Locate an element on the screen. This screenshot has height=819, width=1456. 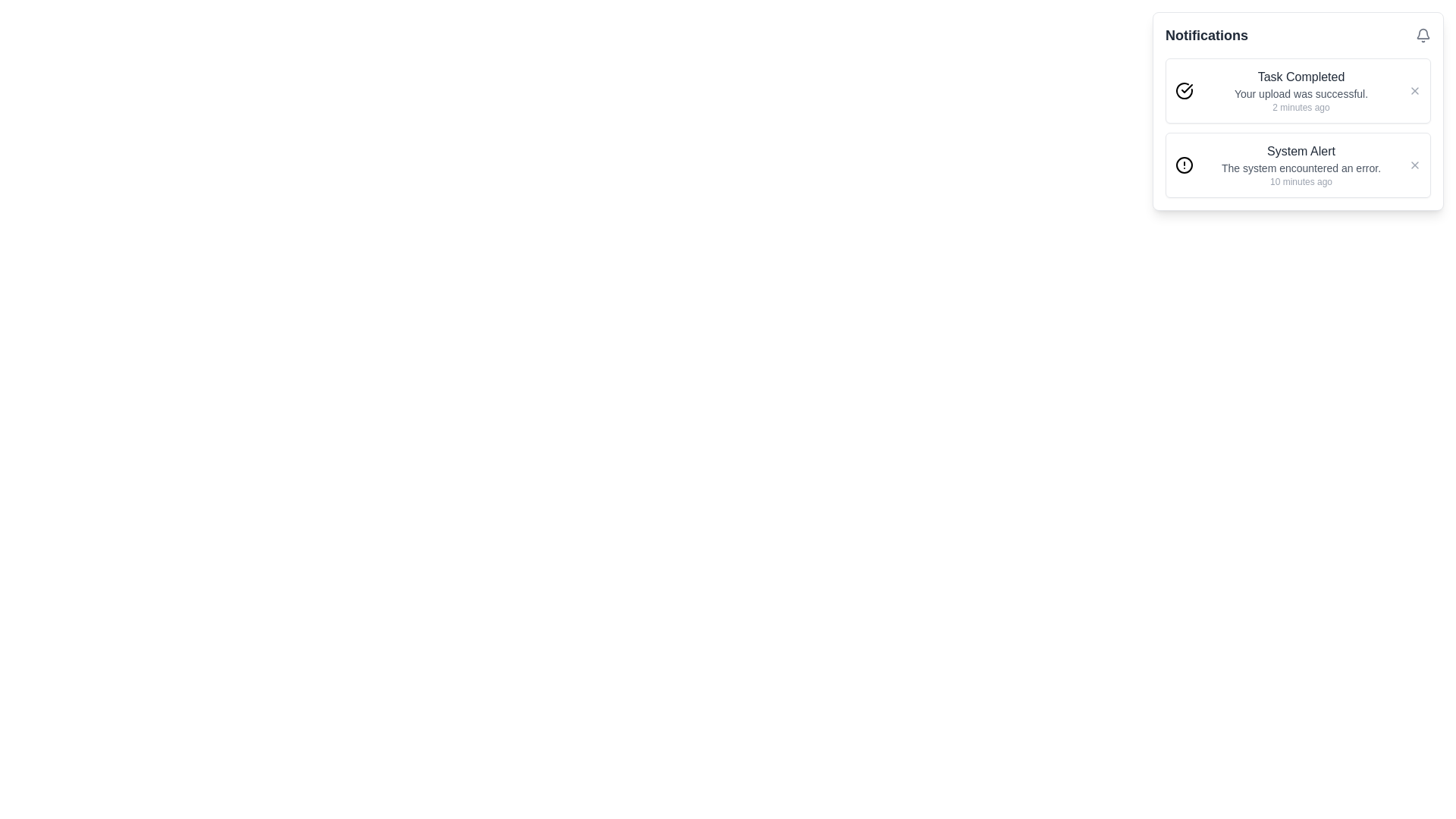
the circular checkmark icon indicating a successfully completed task, located at the leftmost side of the 'Task Completed' message block in the notification area is located at coordinates (1183, 90).